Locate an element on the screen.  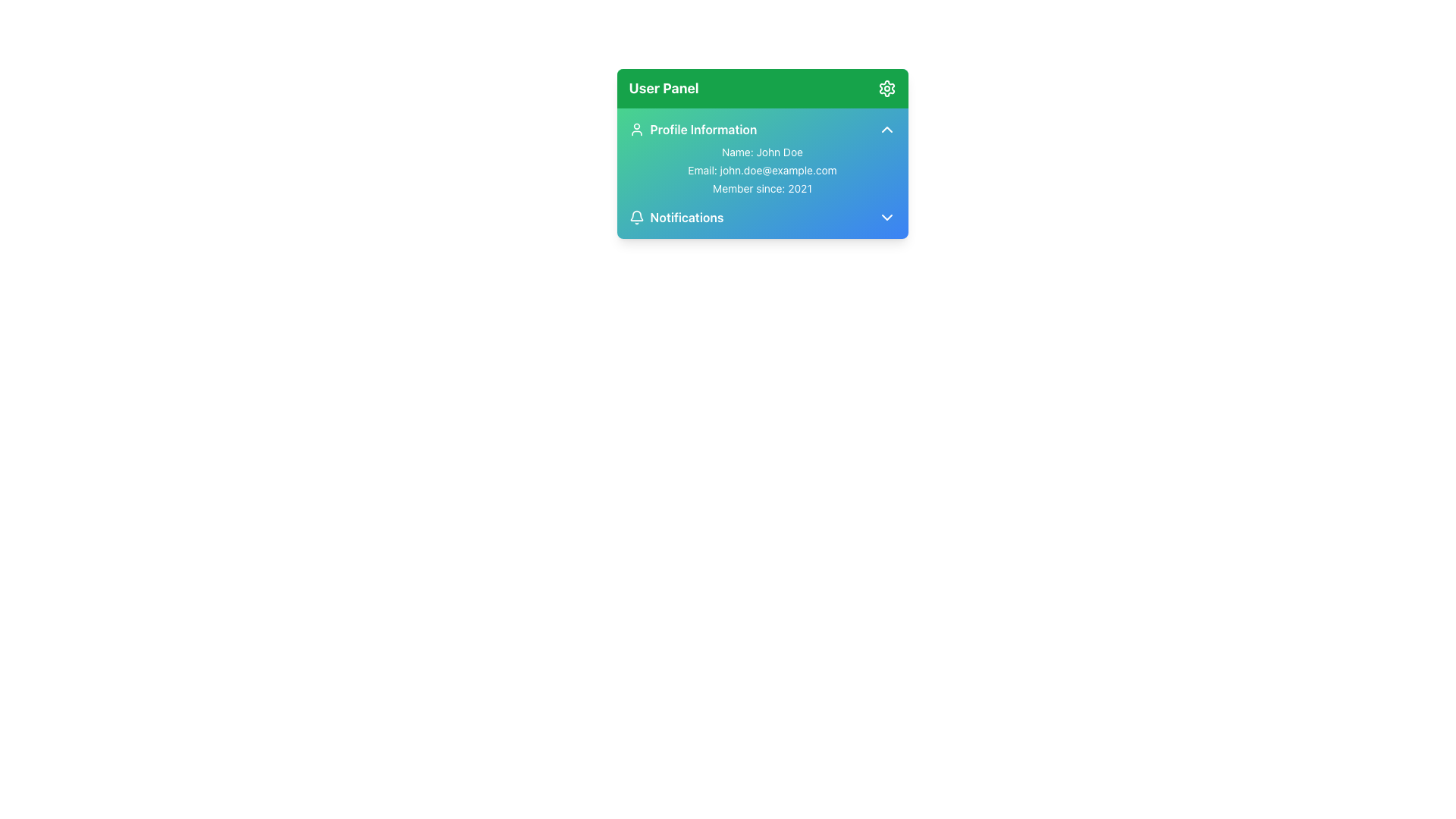
the Text Label that indicates the year the user joined the platform, which is the third line of the Profile Information section after 'Name: John Doe' and 'Email: john.doe@example.com' is located at coordinates (762, 188).